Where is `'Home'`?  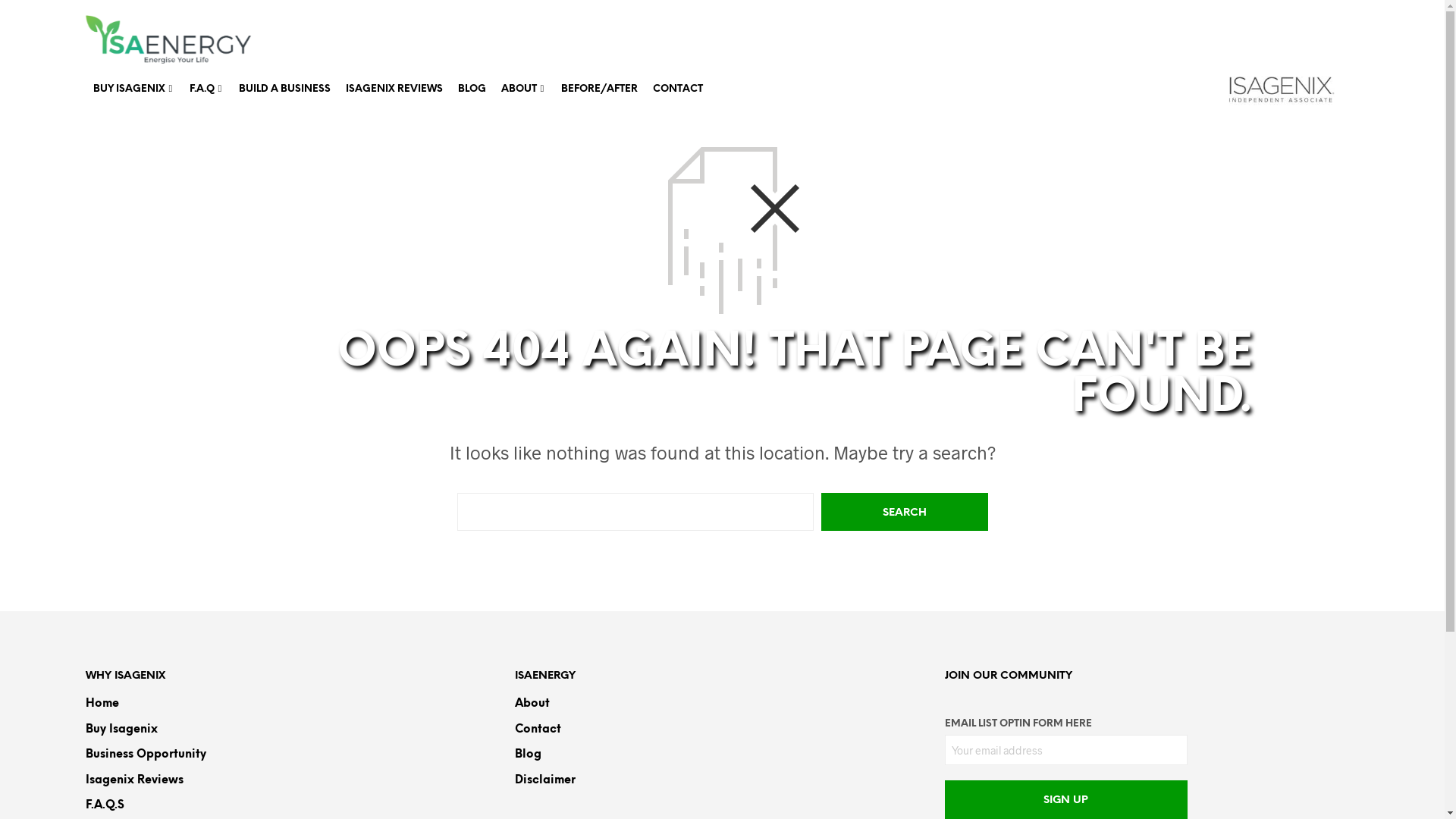
'Home' is located at coordinates (101, 704).